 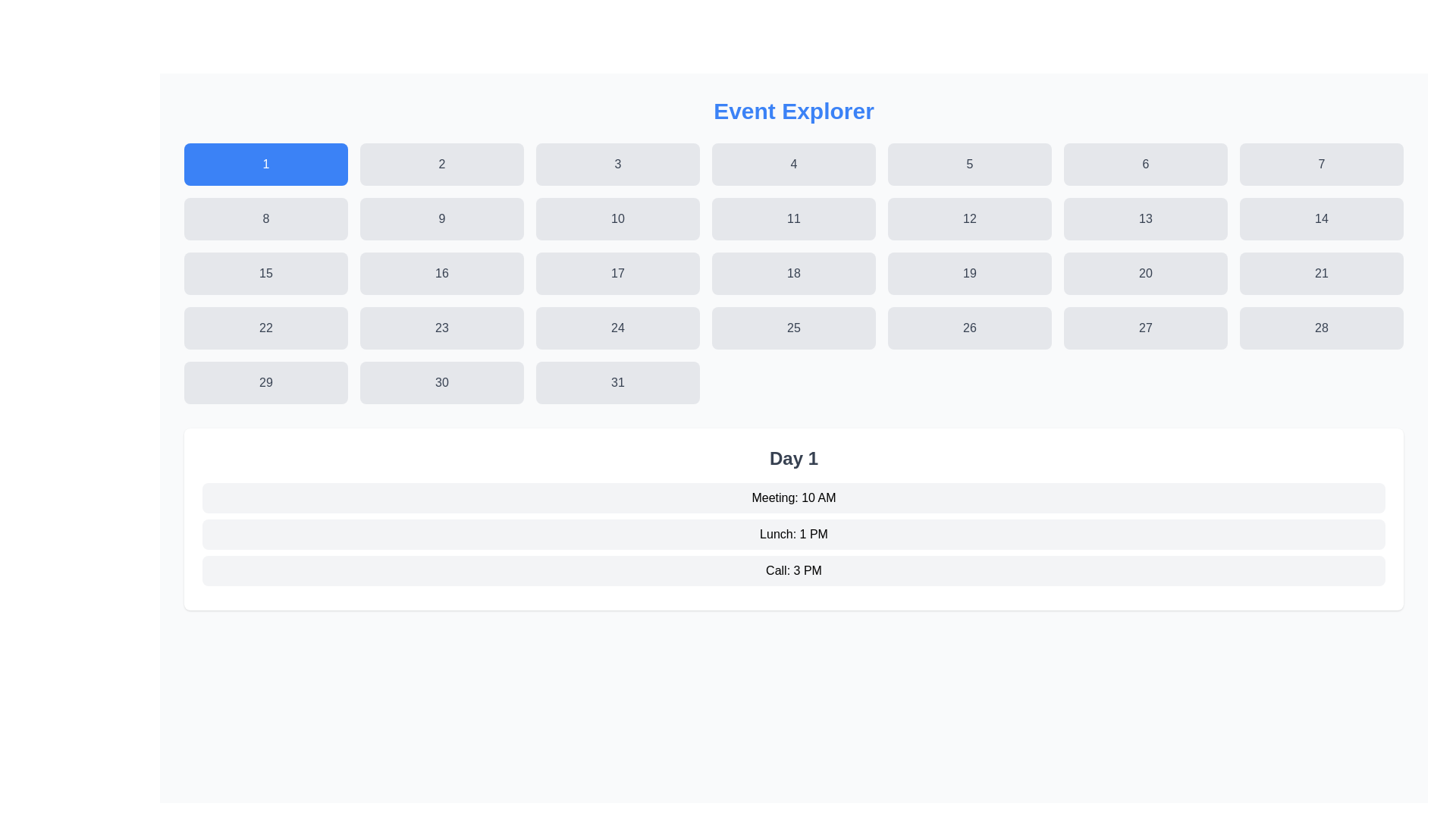 What do you see at coordinates (265, 327) in the screenshot?
I see `the button located in the fourth row and first column of the grid to activate hover effects` at bounding box center [265, 327].